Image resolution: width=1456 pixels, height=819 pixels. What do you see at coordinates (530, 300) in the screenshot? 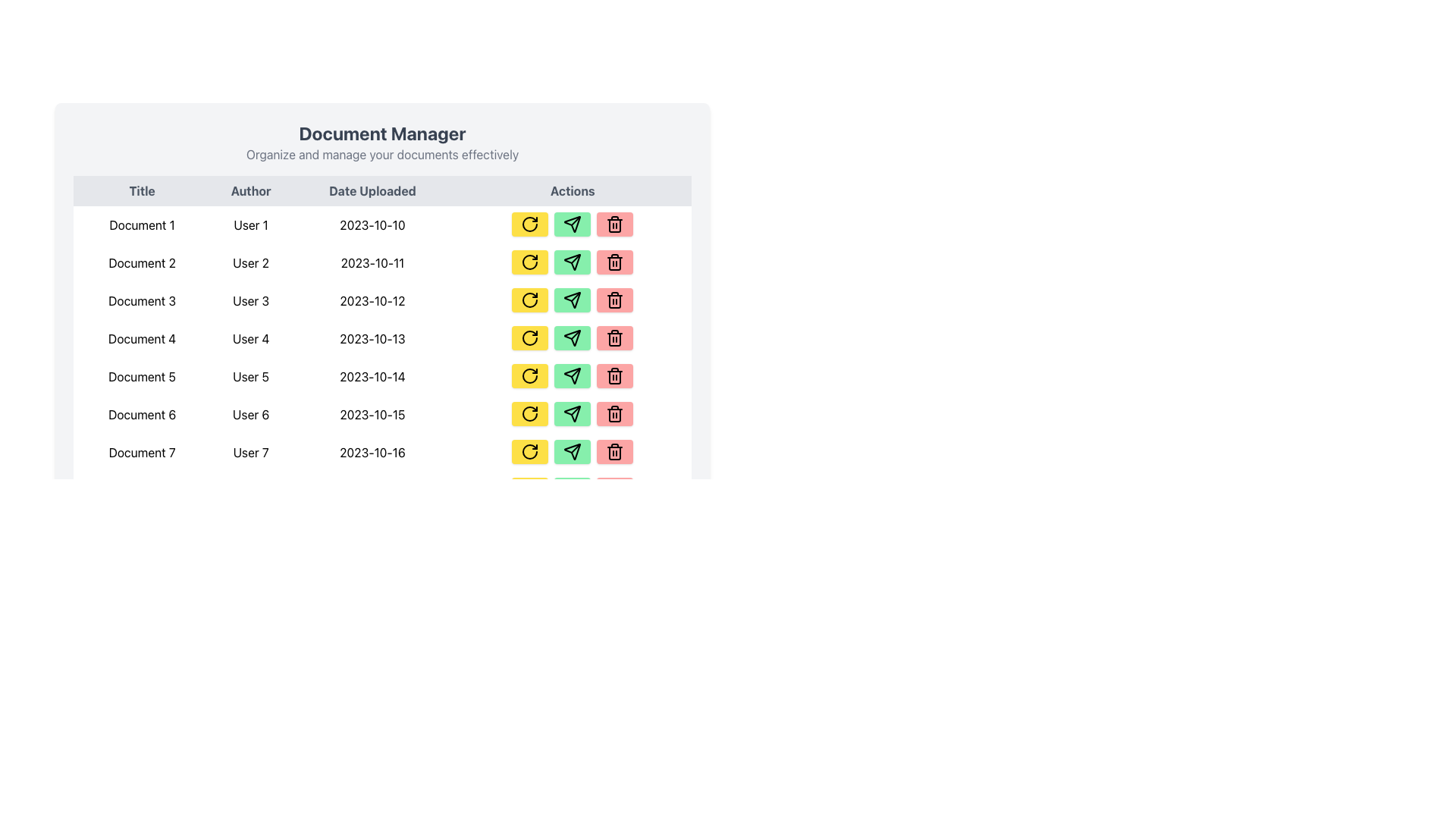
I see `the refresh button located` at bounding box center [530, 300].